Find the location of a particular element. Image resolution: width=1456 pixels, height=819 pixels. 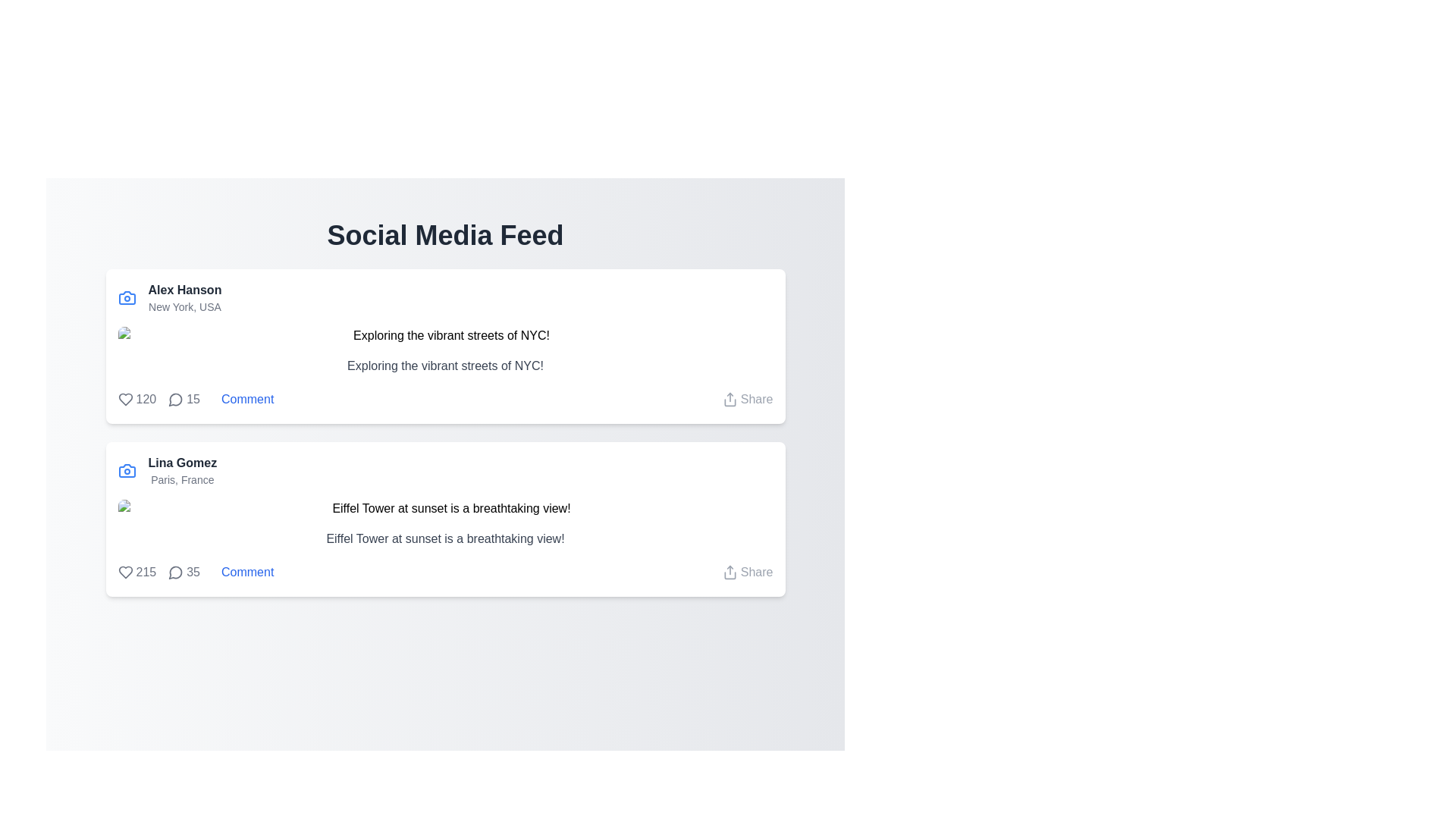

the heart icon located at the bottom-left of Lina Gomez's post to like it is located at coordinates (125, 573).